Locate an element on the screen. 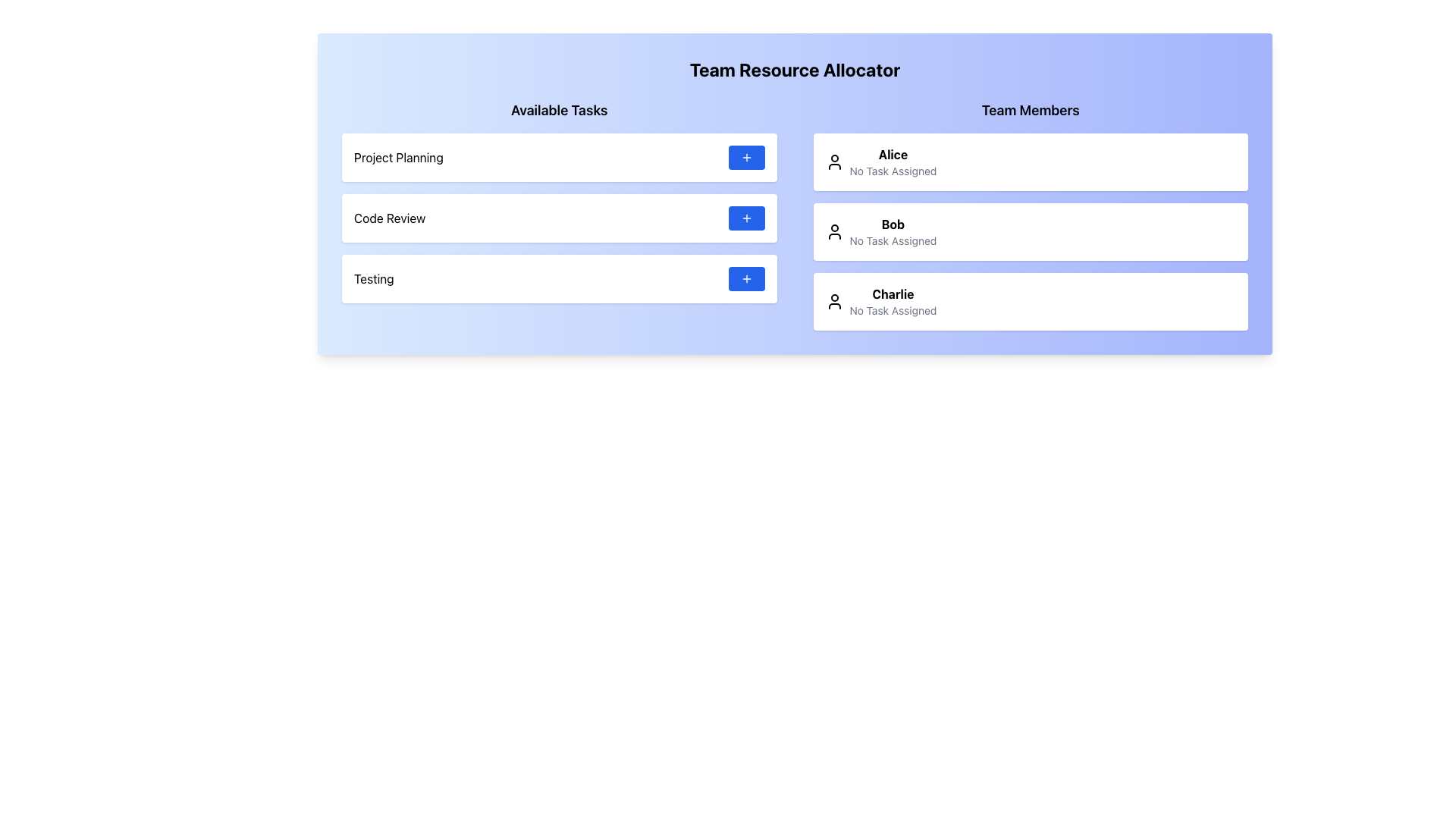 This screenshot has width=1456, height=819. the List Item element labeled 'Bob' in the 'Team Members' section, which is the second card in the vertical list is located at coordinates (1031, 231).